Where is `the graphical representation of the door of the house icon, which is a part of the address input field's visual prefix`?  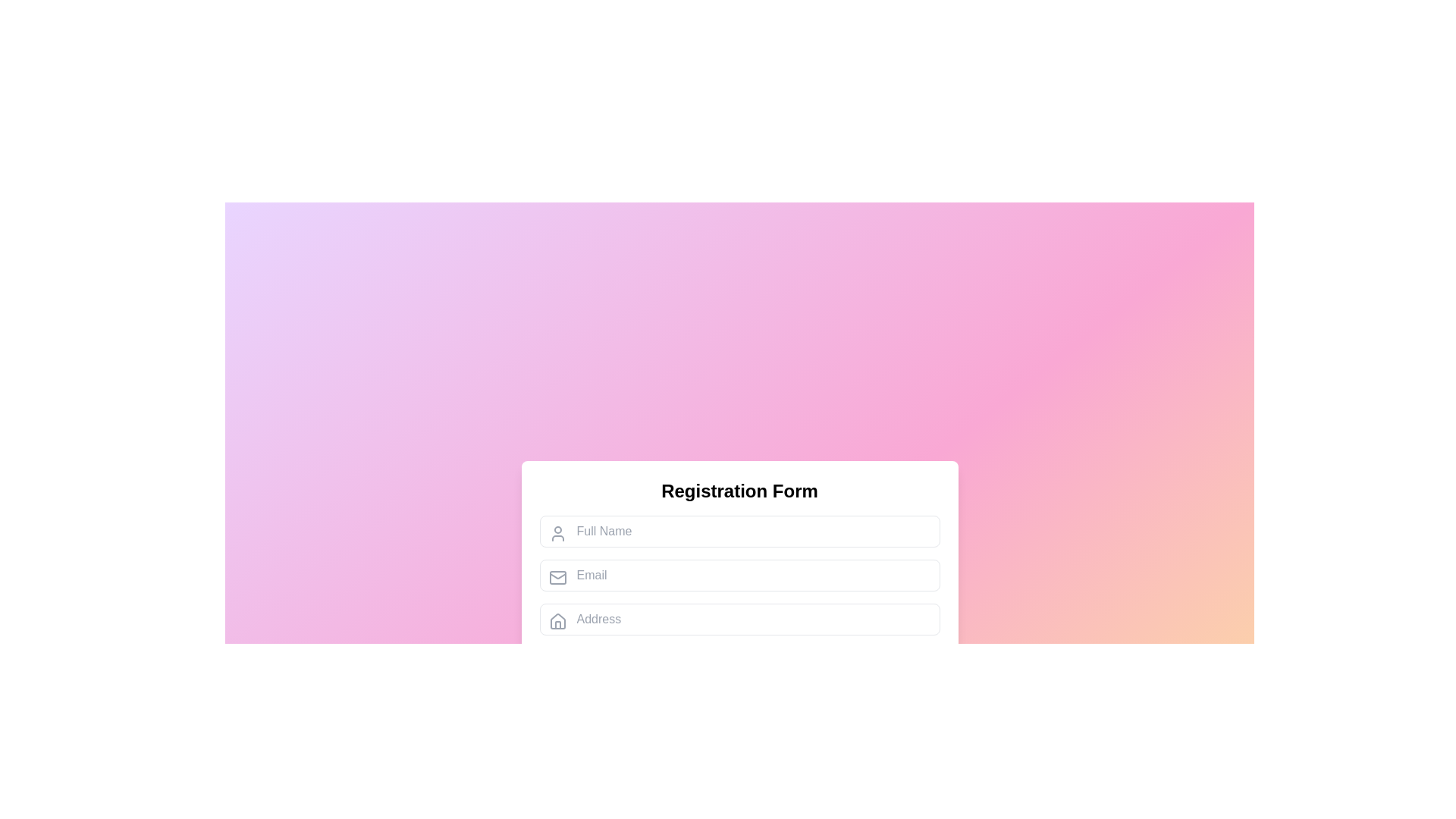
the graphical representation of the door of the house icon, which is a part of the address input field's visual prefix is located at coordinates (557, 625).